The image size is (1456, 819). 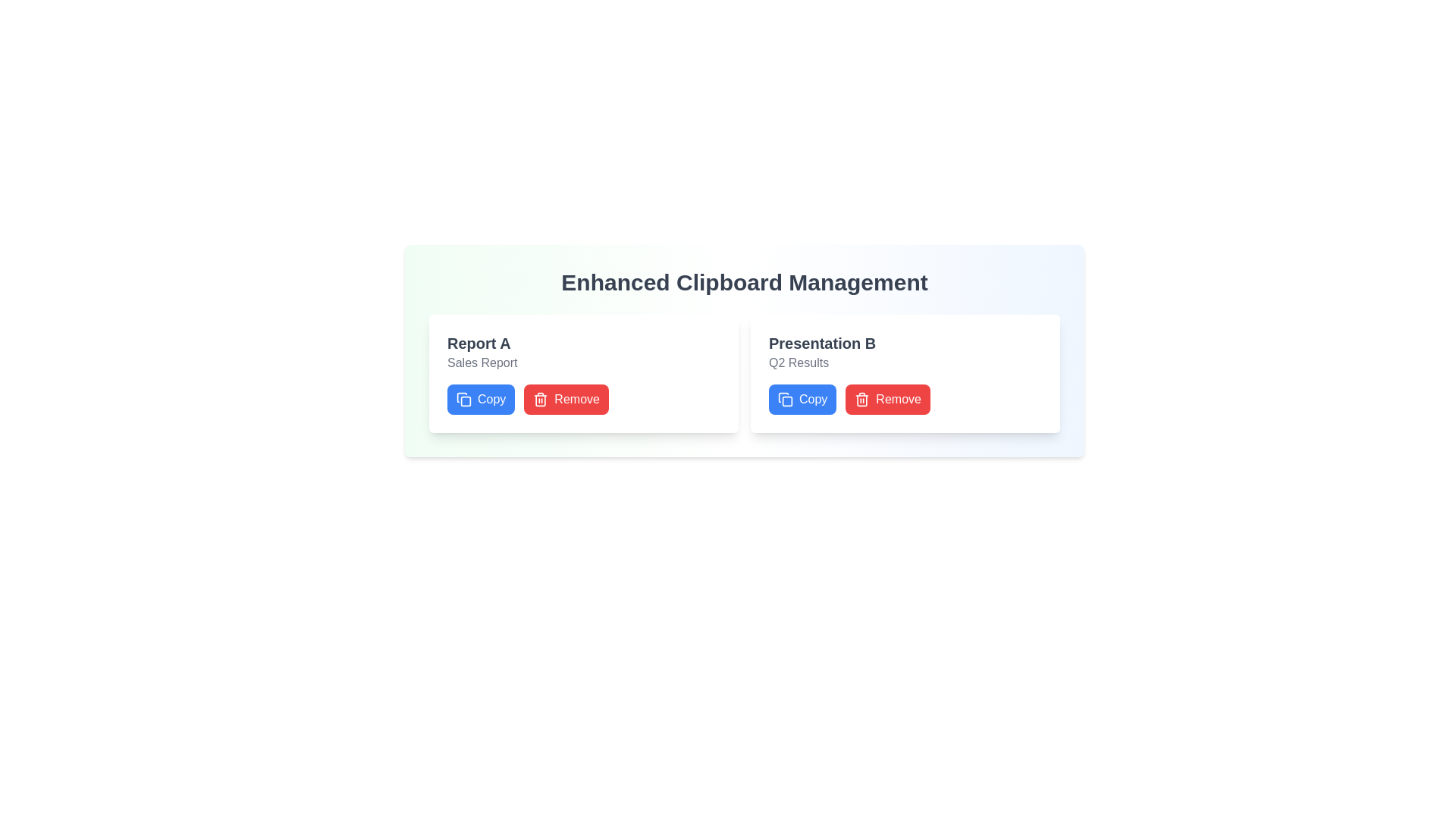 I want to click on the 'Copy' icon located within the 'Copy' button under the 'Report A' section, which is the leftmost icon beside the 'Copy' text label, so click(x=461, y=397).